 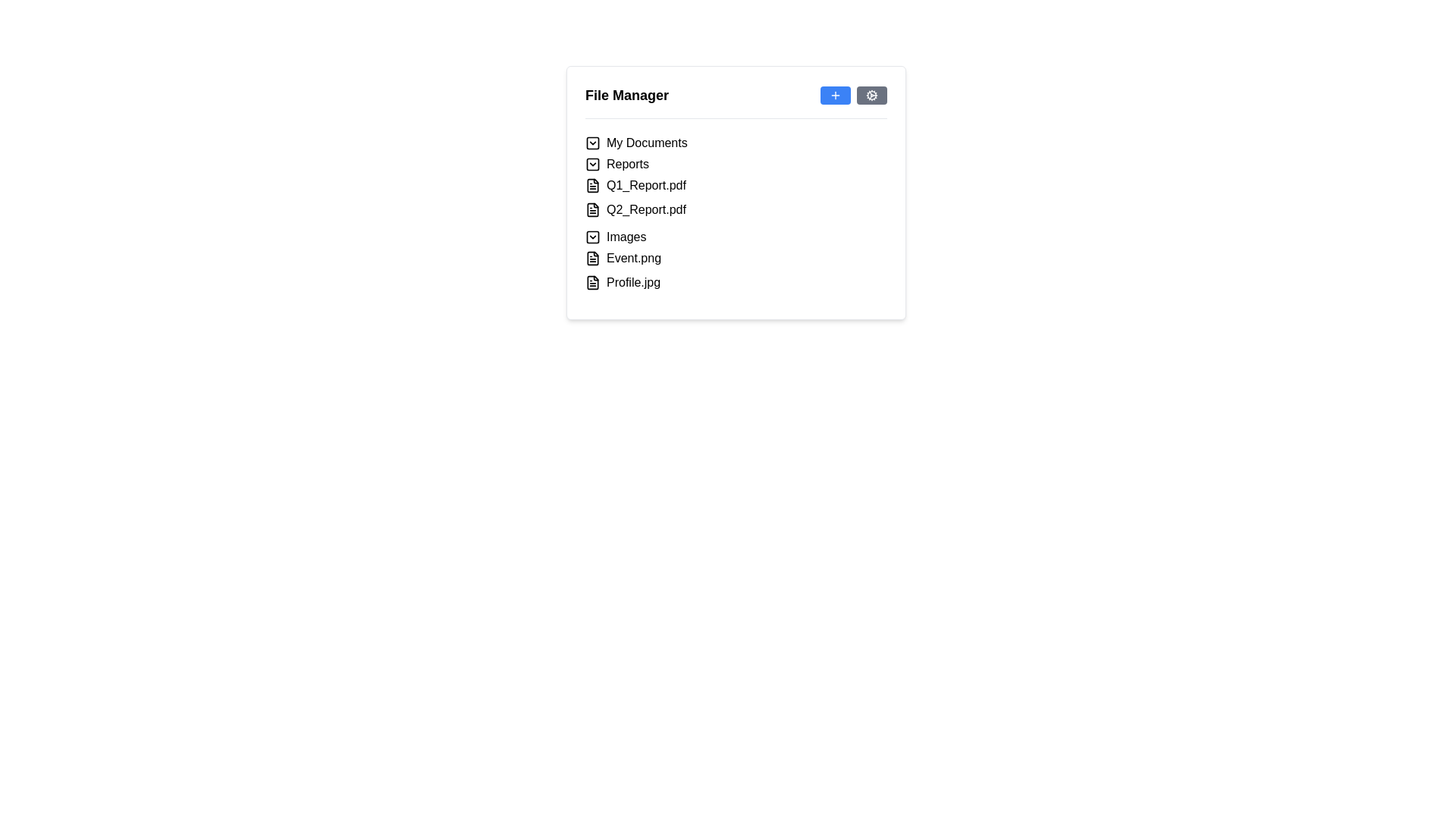 What do you see at coordinates (736, 257) in the screenshot?
I see `on the file representation entry labeled 'Event.png' in the Images category` at bounding box center [736, 257].